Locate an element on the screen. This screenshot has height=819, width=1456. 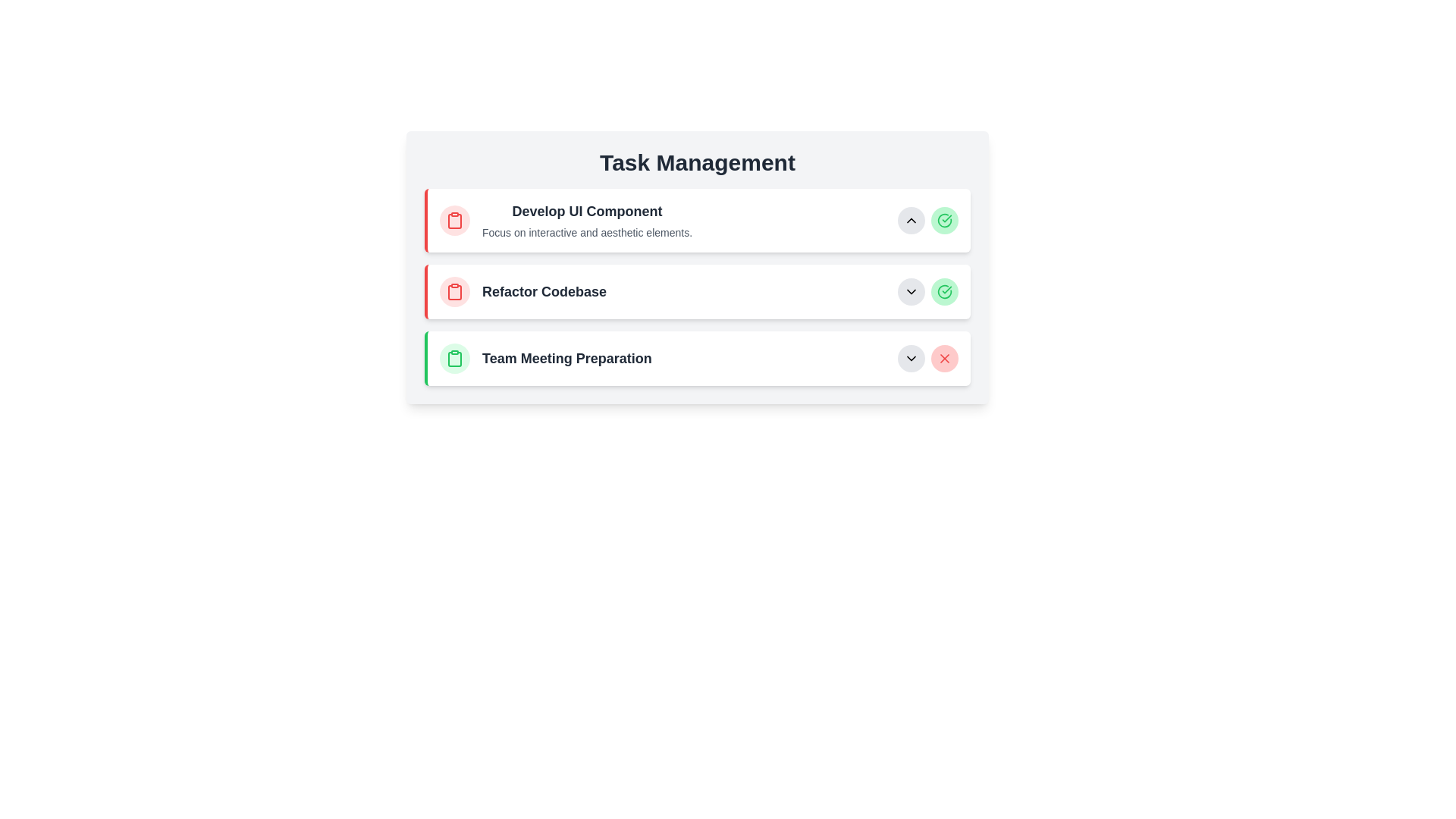
the circular icon with a semi-transparent red fill and a clipboard symbol, located at the far left of the 'Develop UI Component' task description is located at coordinates (454, 220).